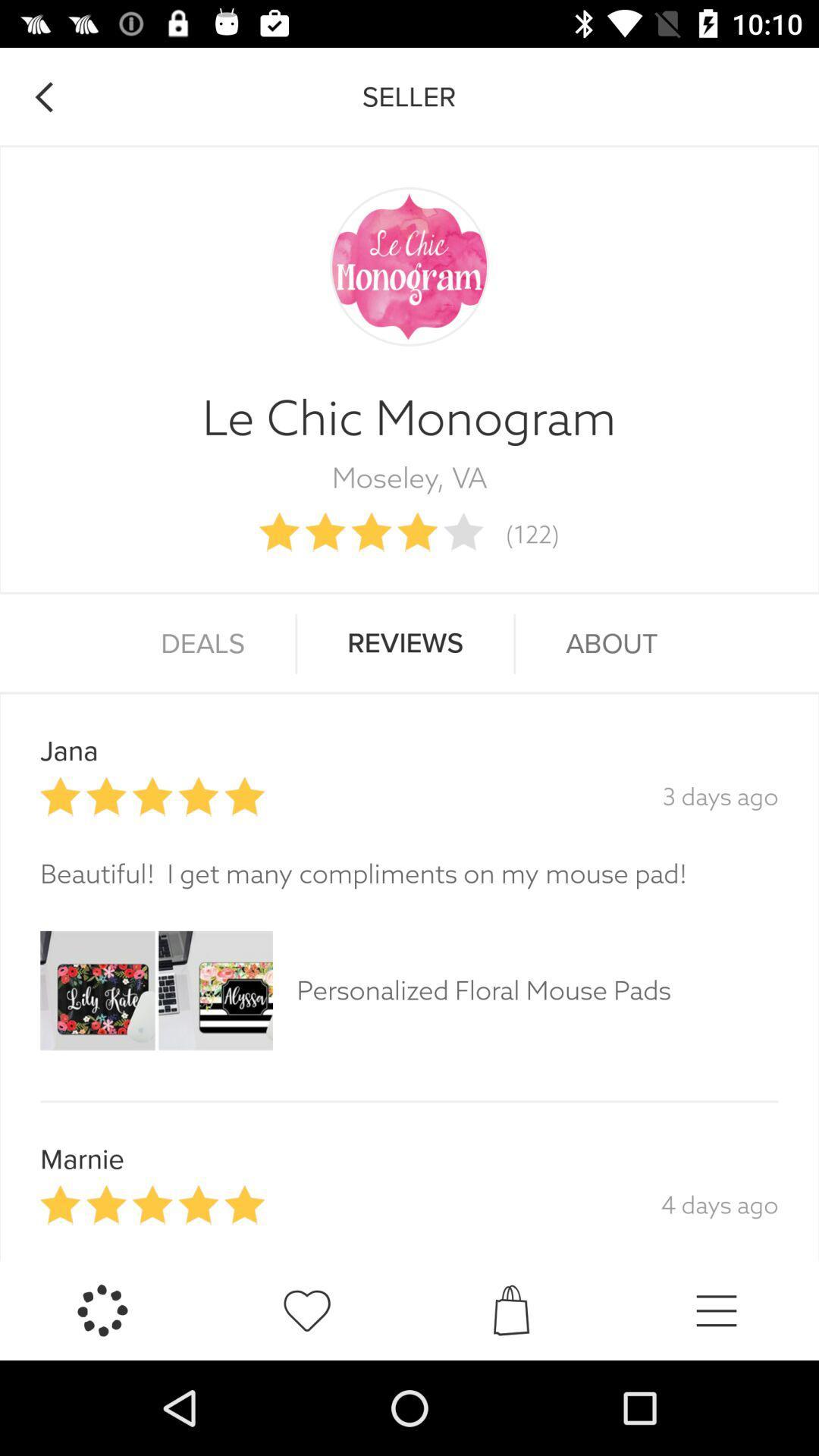 The height and width of the screenshot is (1456, 819). What do you see at coordinates (202, 644) in the screenshot?
I see `deals` at bounding box center [202, 644].